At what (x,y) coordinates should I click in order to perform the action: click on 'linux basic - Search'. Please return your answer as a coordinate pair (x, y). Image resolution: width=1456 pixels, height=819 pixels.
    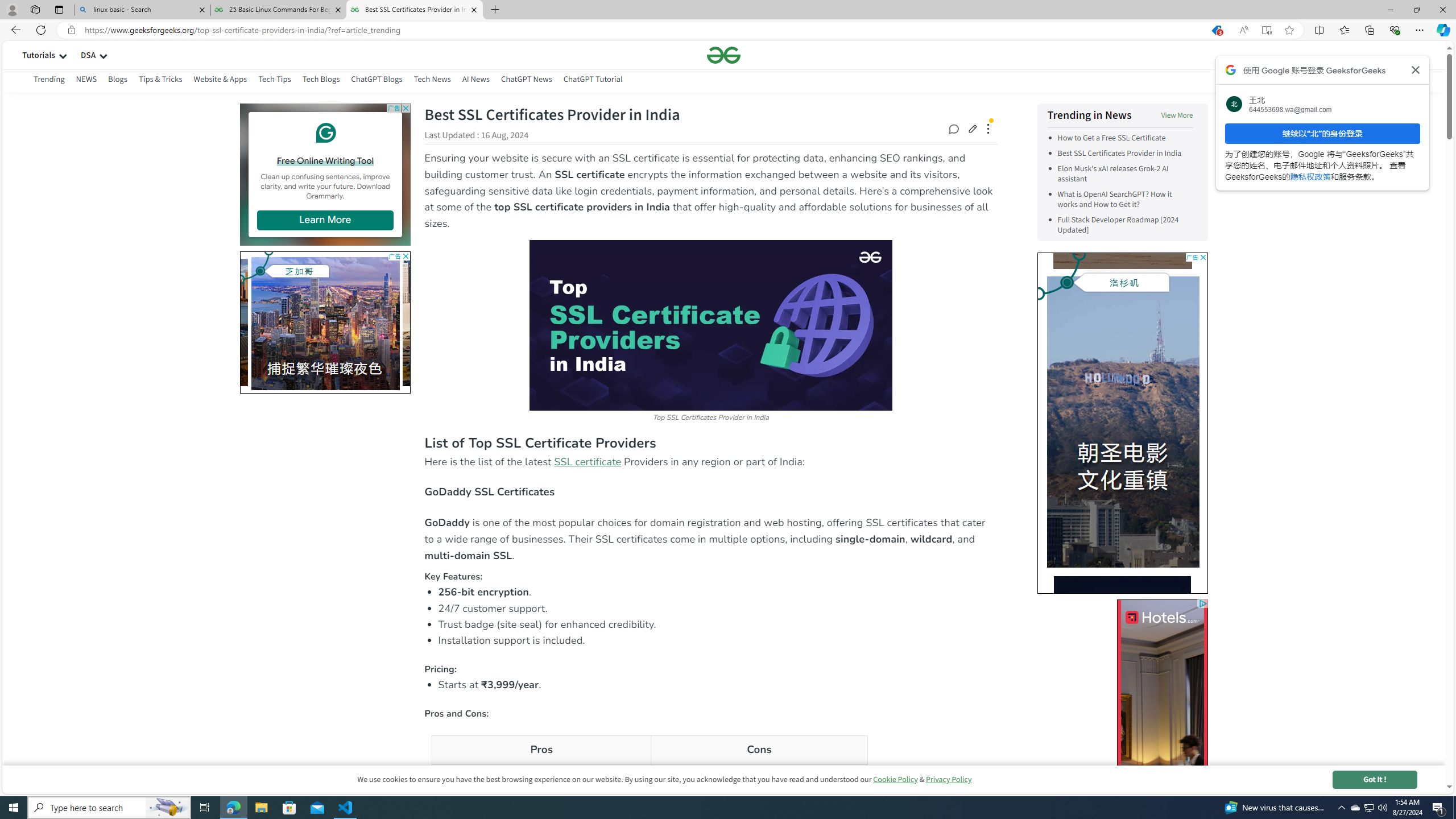
    Looking at the image, I should click on (142, 9).